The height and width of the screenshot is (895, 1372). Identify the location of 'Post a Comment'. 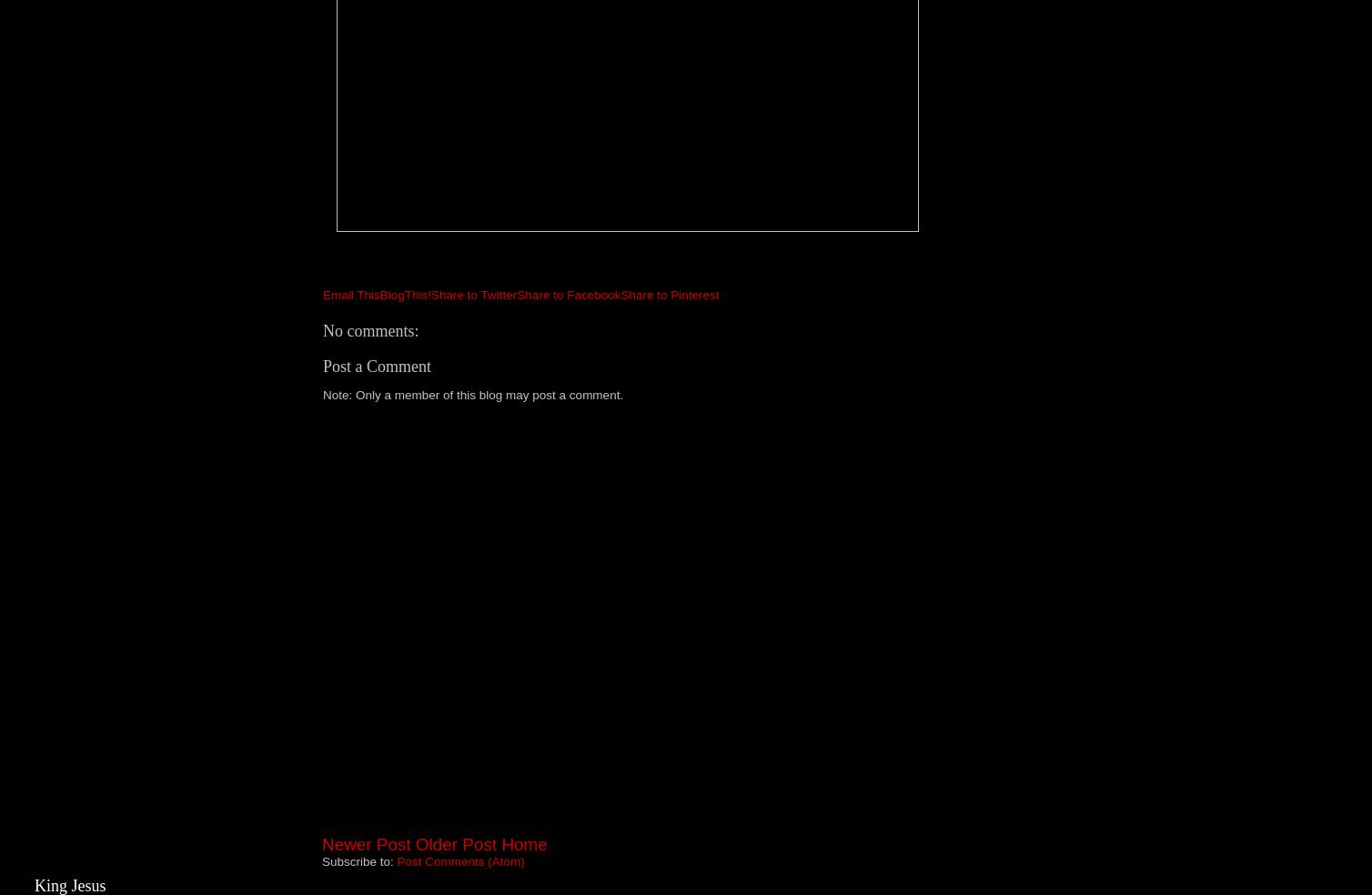
(377, 365).